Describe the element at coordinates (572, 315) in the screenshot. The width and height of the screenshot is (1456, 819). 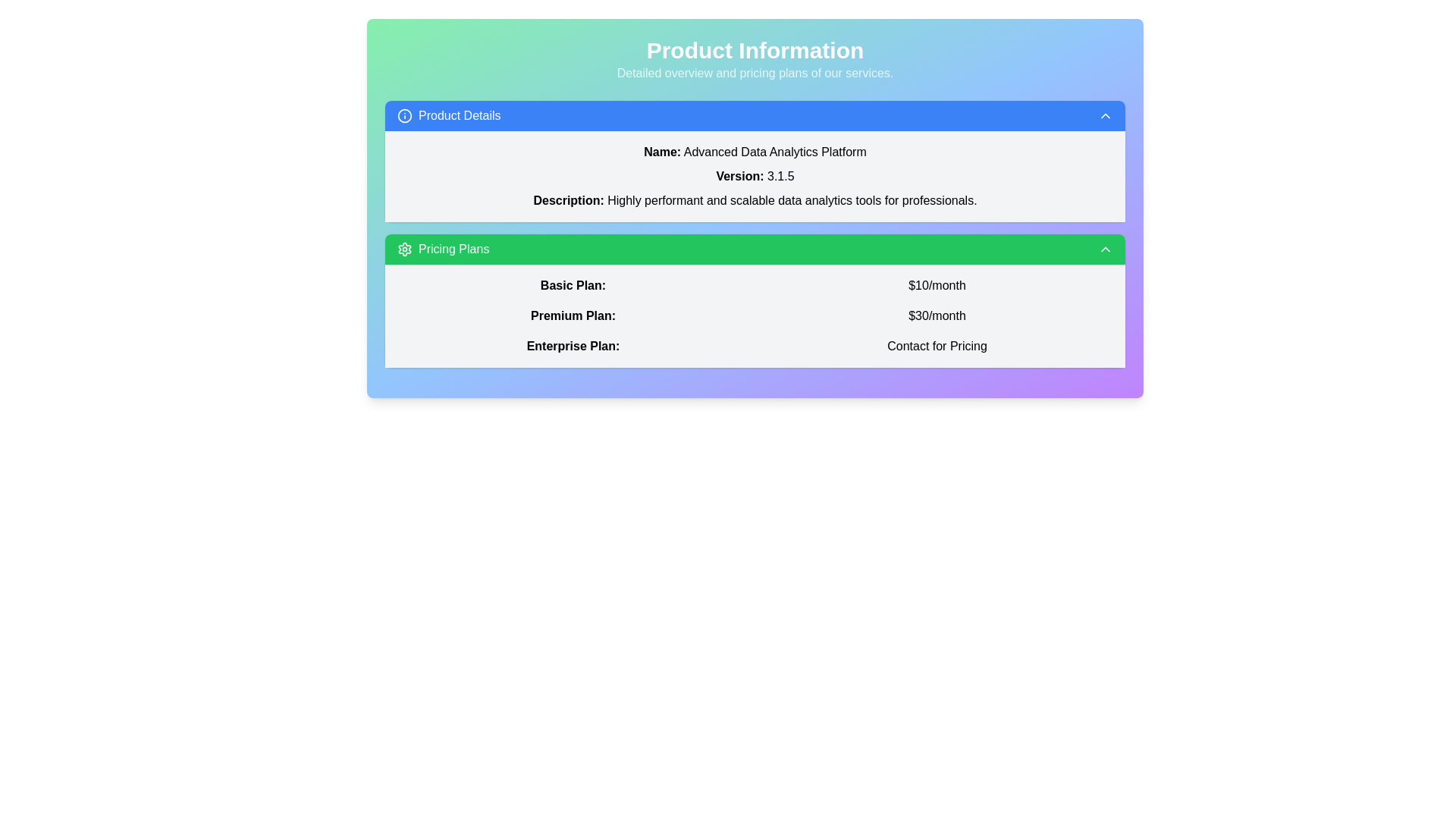
I see `text label indicating the premium pricing option, located between the 'Basic Plan:' and 'Enterprise Plan:' items in the 'Pricing Plans' section` at that location.